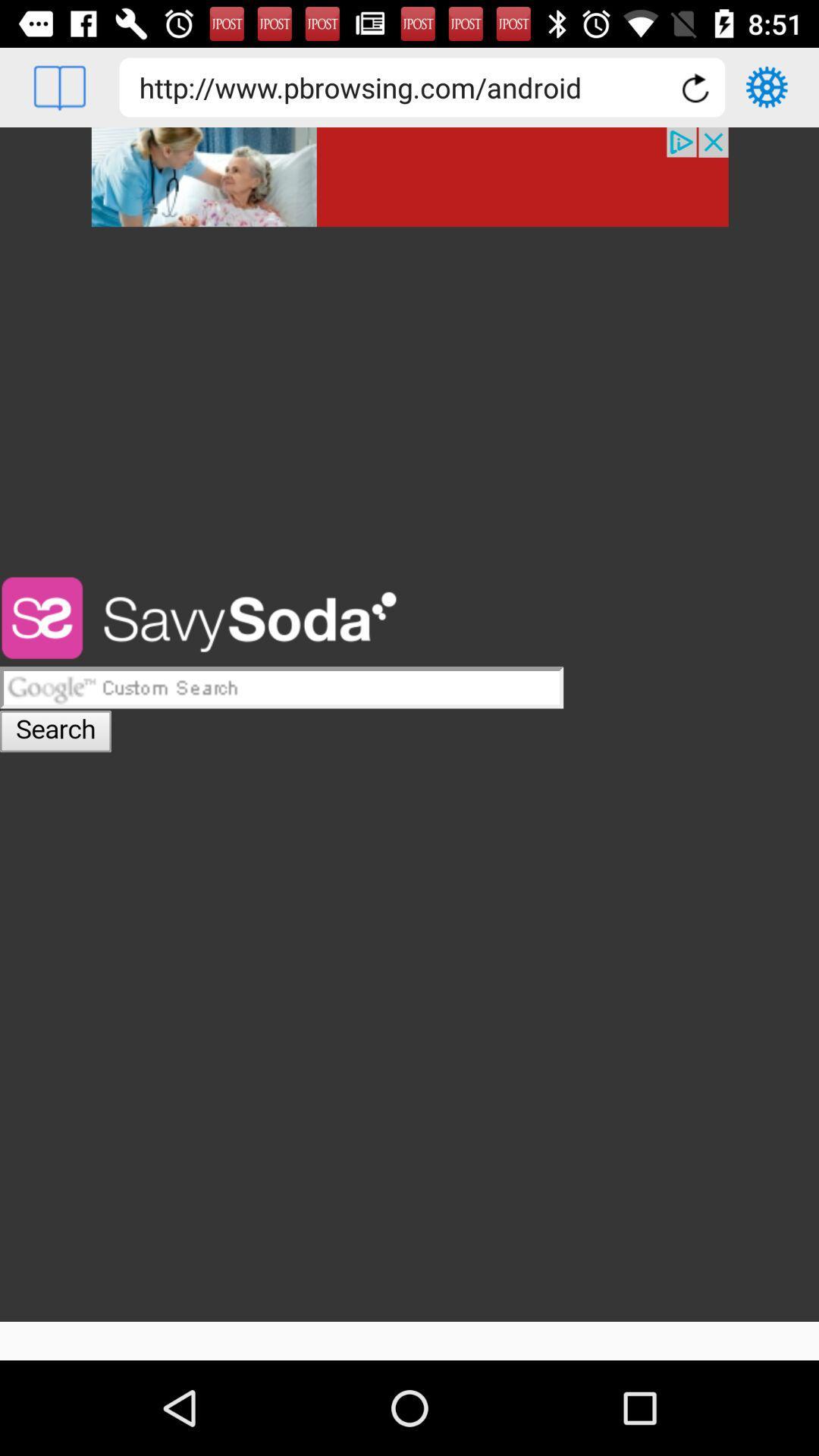 The image size is (819, 1456). I want to click on the settings icon, so click(767, 86).